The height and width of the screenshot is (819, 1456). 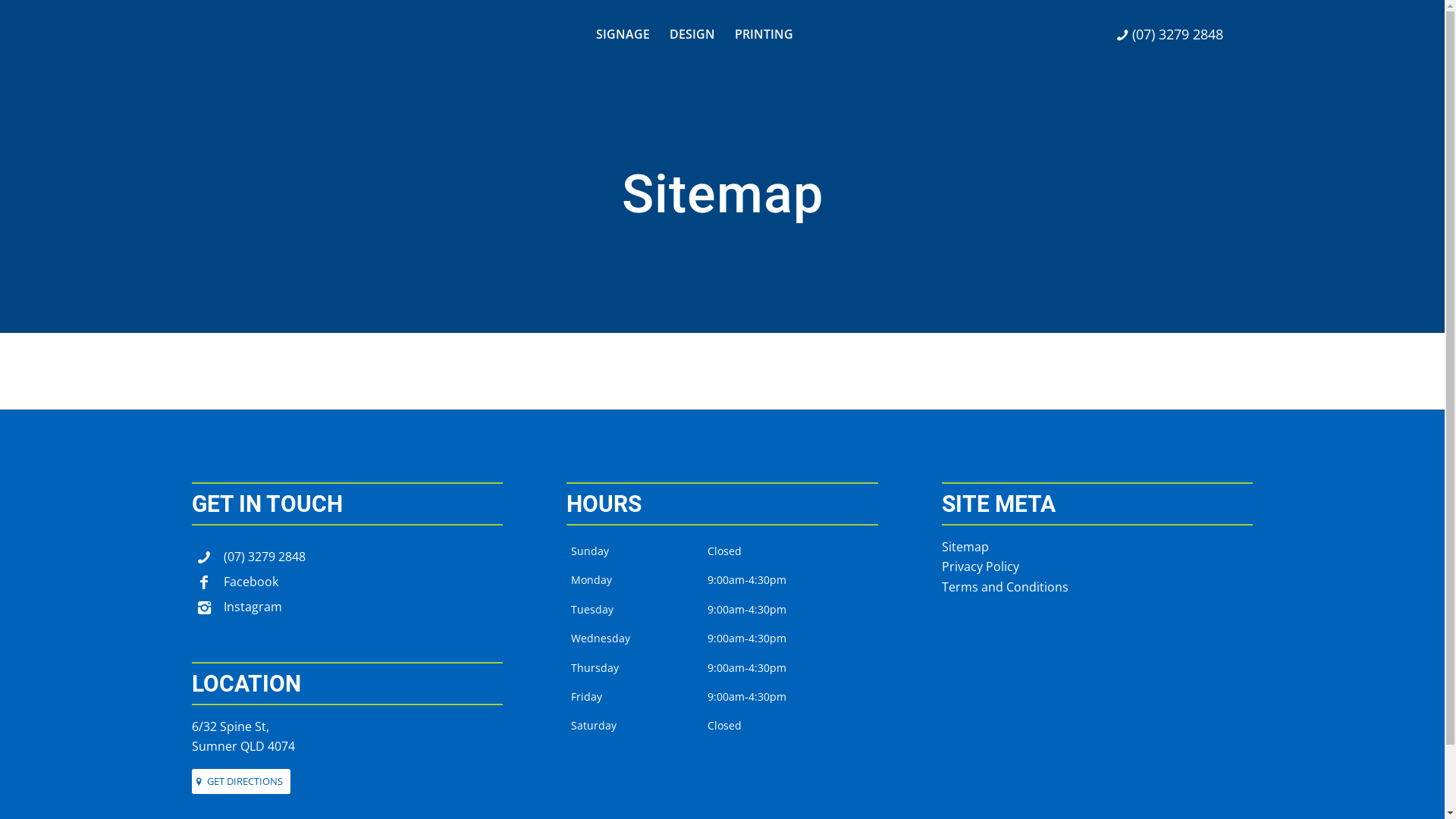 What do you see at coordinates (622, 34) in the screenshot?
I see `'SIGNAGE'` at bounding box center [622, 34].